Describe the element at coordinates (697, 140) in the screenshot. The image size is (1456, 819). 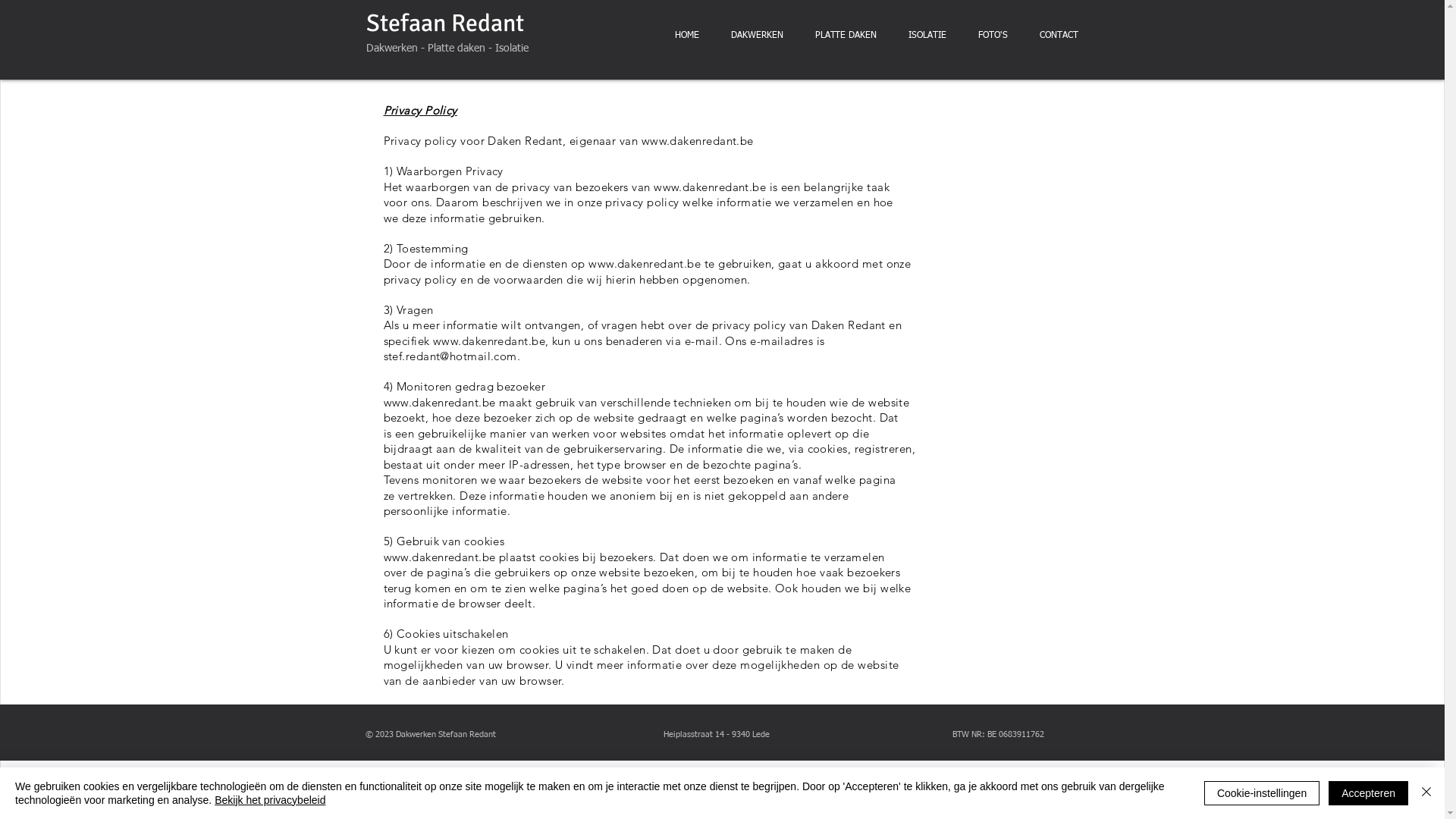
I see `'www.dakenredant.be'` at that location.